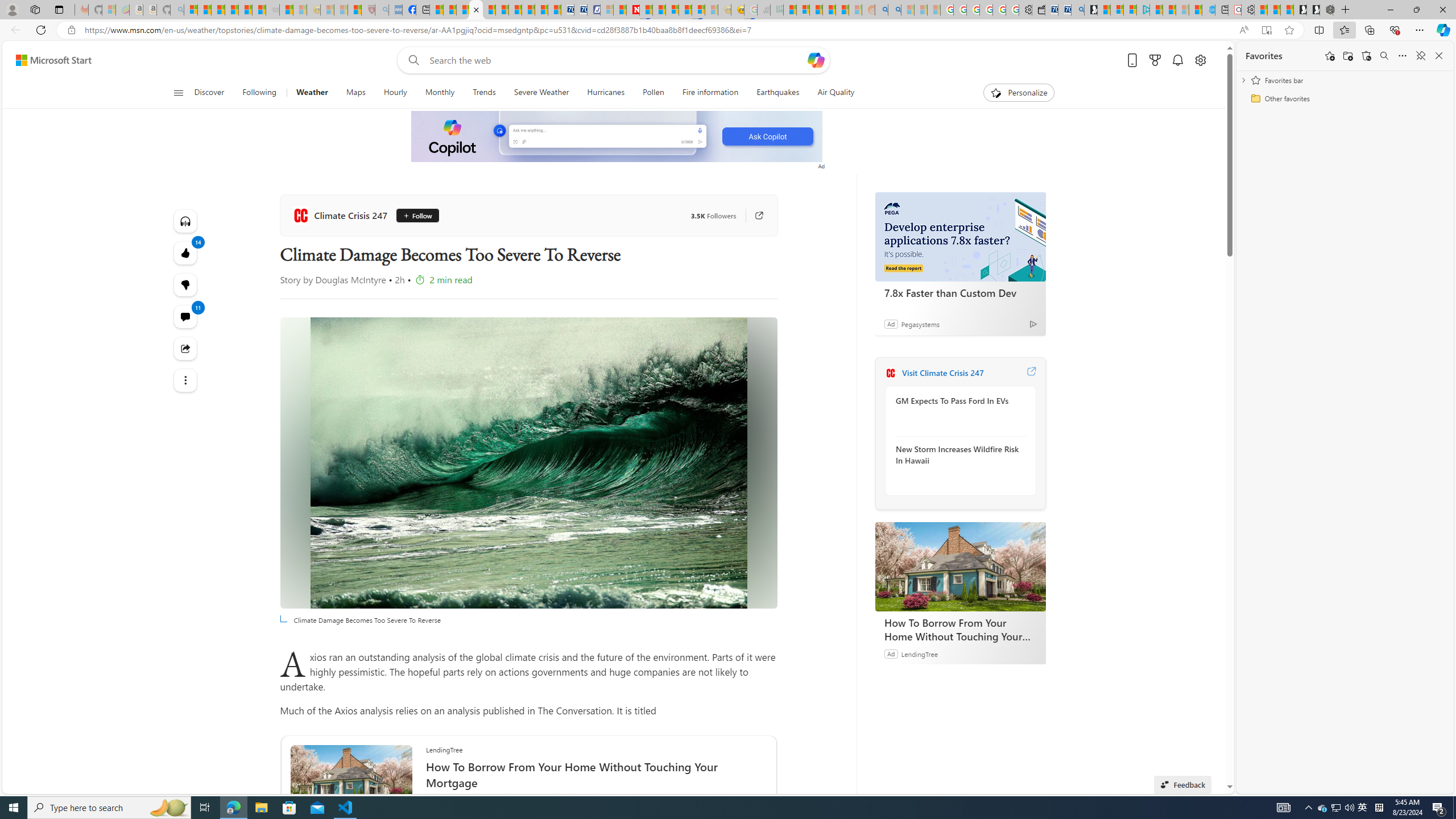 The width and height of the screenshot is (1456, 819). Describe the element at coordinates (777, 92) in the screenshot. I see `'Earthquakes'` at that location.